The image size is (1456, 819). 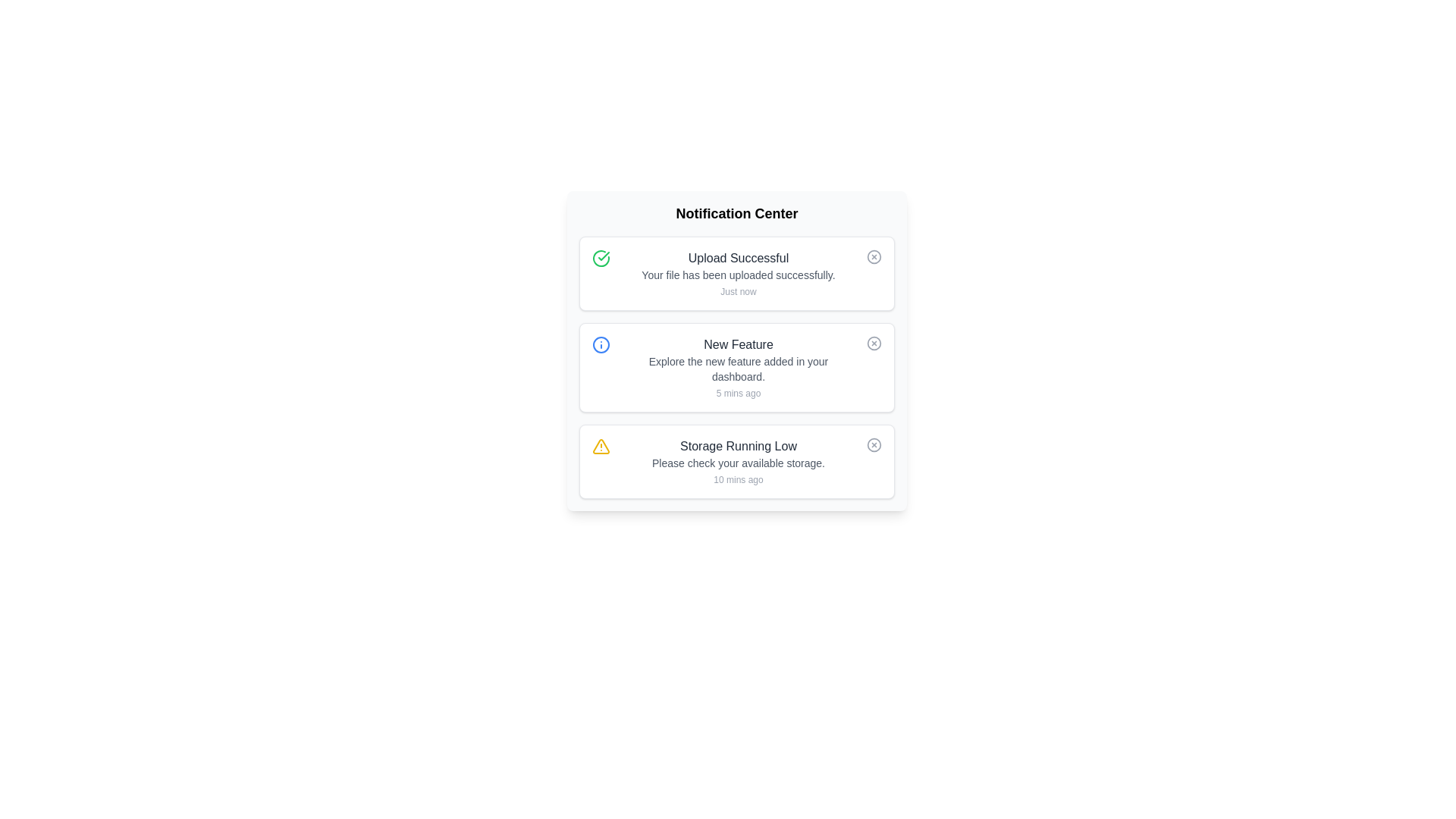 I want to click on the circular graphical element located in the bottom-right notification card of the 'Notification Center' panel, which enhances the visual clarity of notifications, so click(x=874, y=444).